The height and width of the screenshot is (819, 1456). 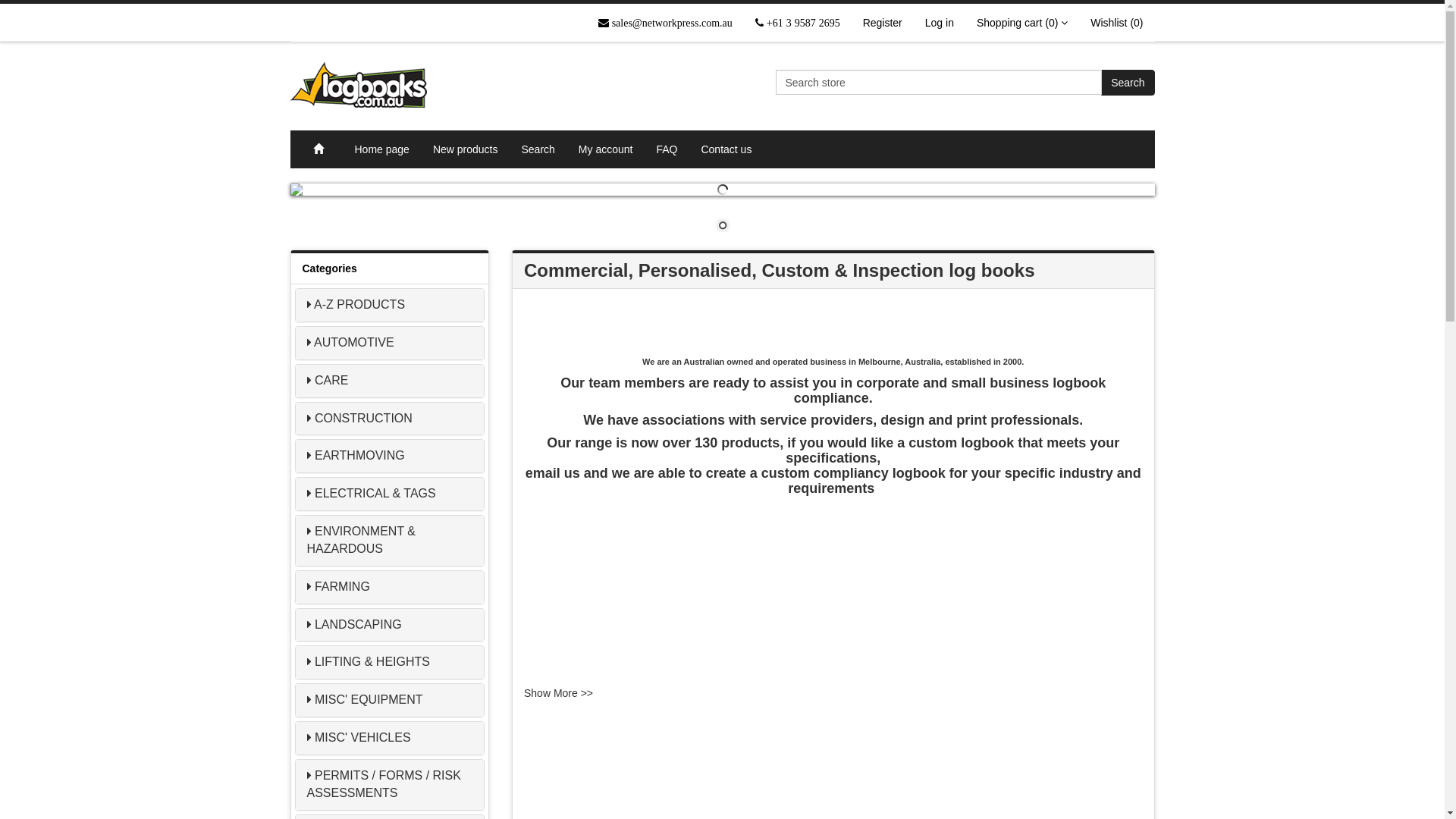 What do you see at coordinates (964, 23) in the screenshot?
I see `'Shopping cart (0)'` at bounding box center [964, 23].